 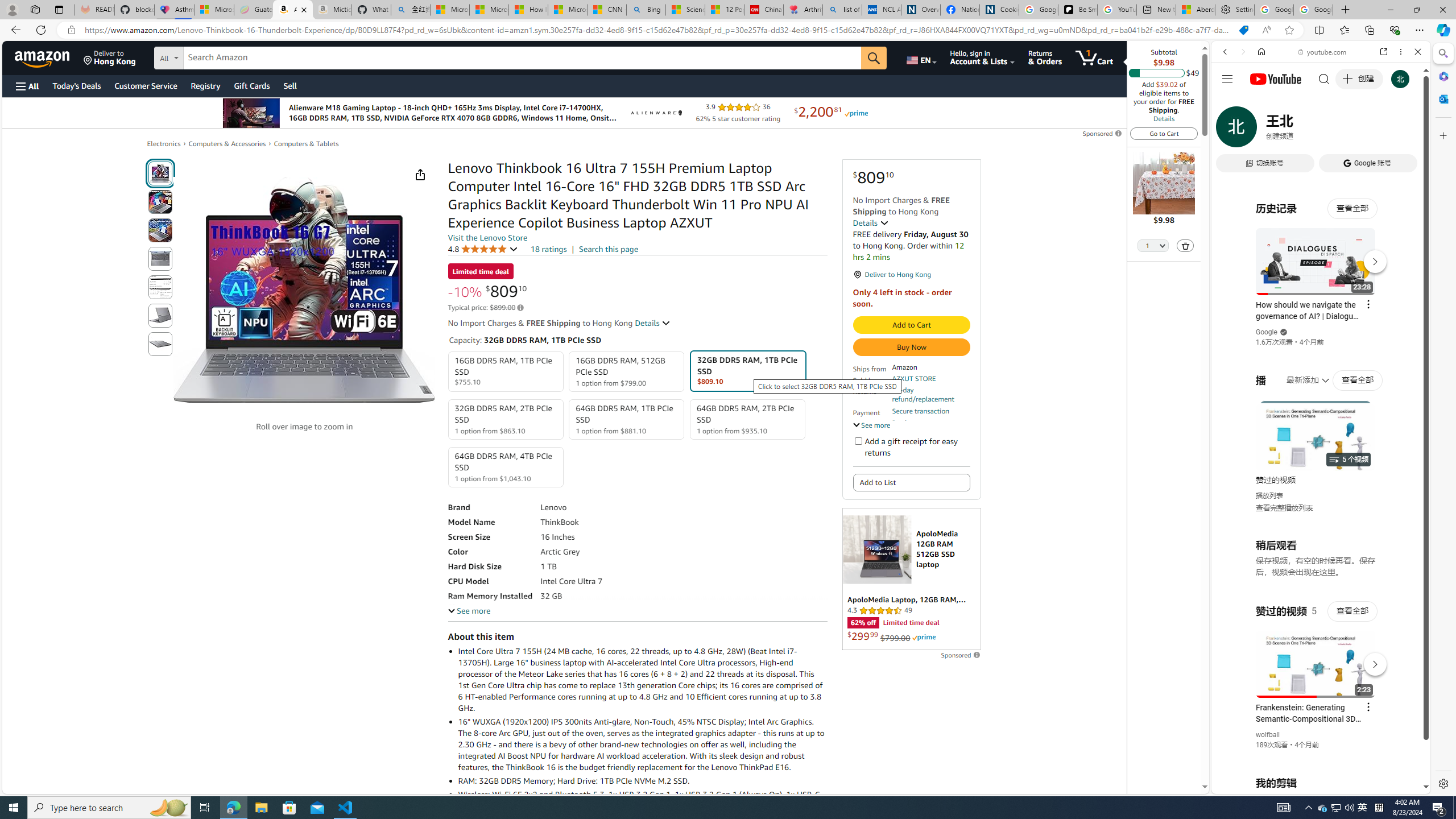 What do you see at coordinates (911, 579) in the screenshot?
I see `'Sponsored ad'` at bounding box center [911, 579].